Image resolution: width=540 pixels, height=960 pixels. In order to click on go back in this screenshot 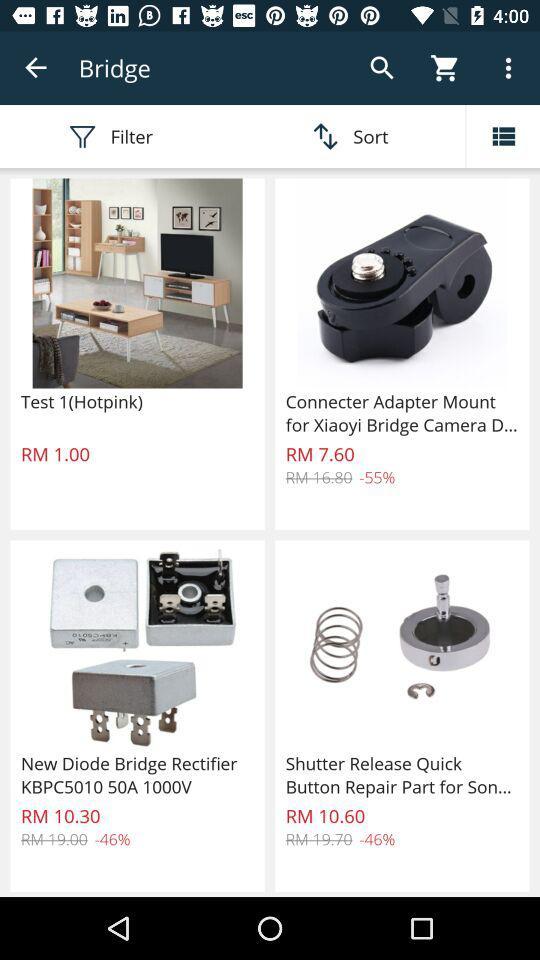, I will do `click(36, 68)`.